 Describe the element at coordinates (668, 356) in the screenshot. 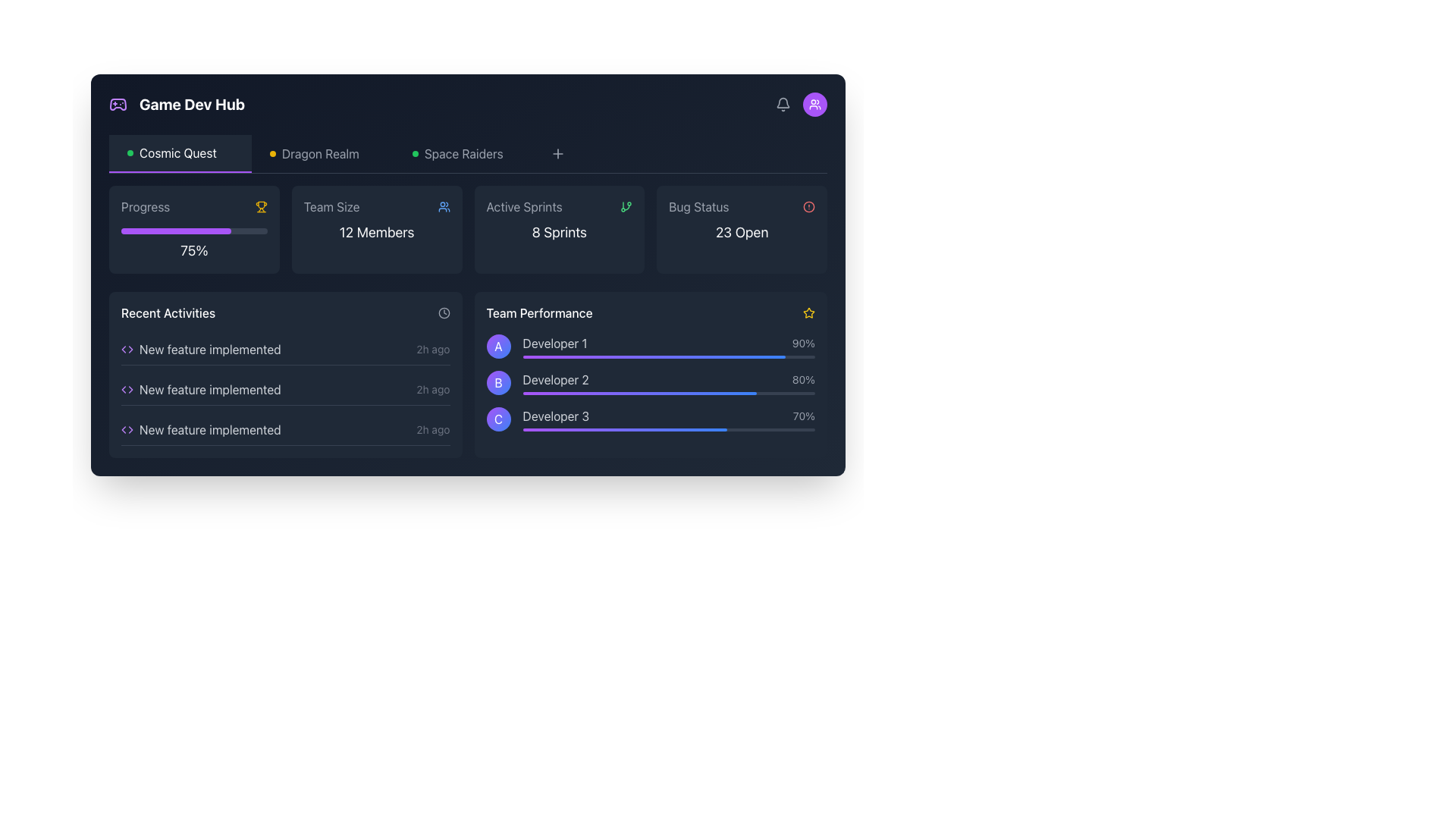

I see `the progress bar indicating 90% performance for 'Developer 1' in the 'Team Performance' section` at that location.